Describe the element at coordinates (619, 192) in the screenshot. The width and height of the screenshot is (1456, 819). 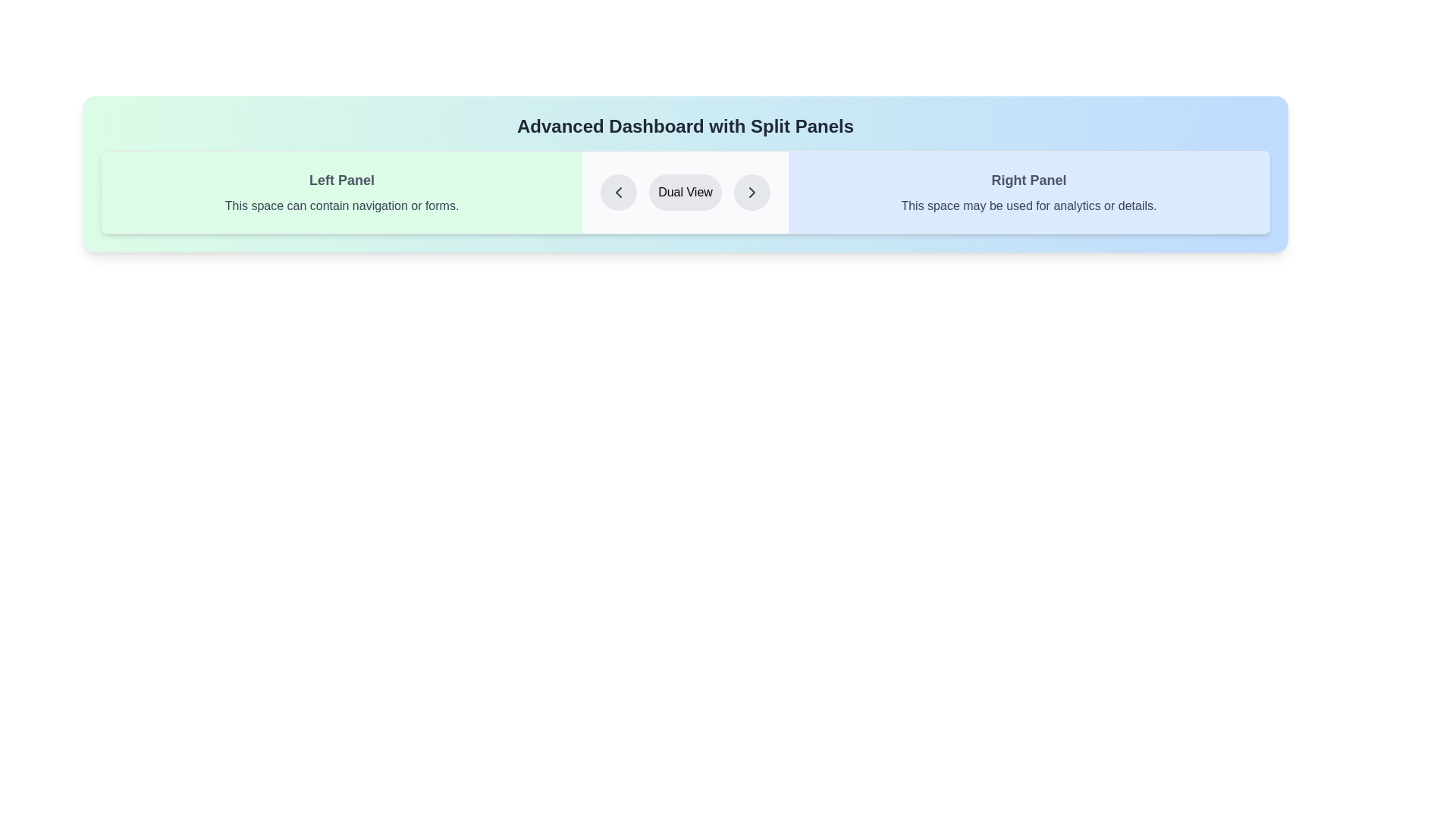
I see `the left-pointing chevron icon inside the circular light-gray button for keyboard navigation` at that location.